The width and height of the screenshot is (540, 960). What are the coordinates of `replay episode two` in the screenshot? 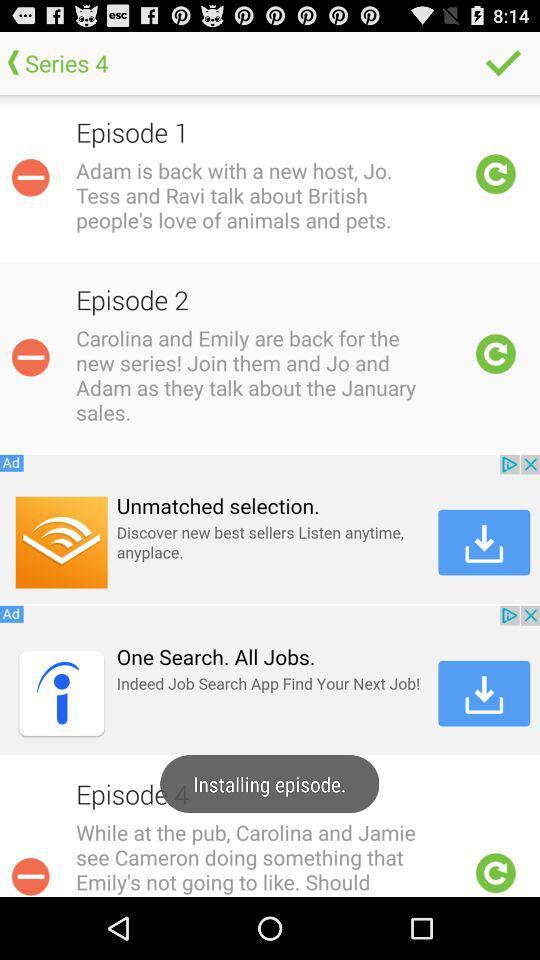 It's located at (495, 354).